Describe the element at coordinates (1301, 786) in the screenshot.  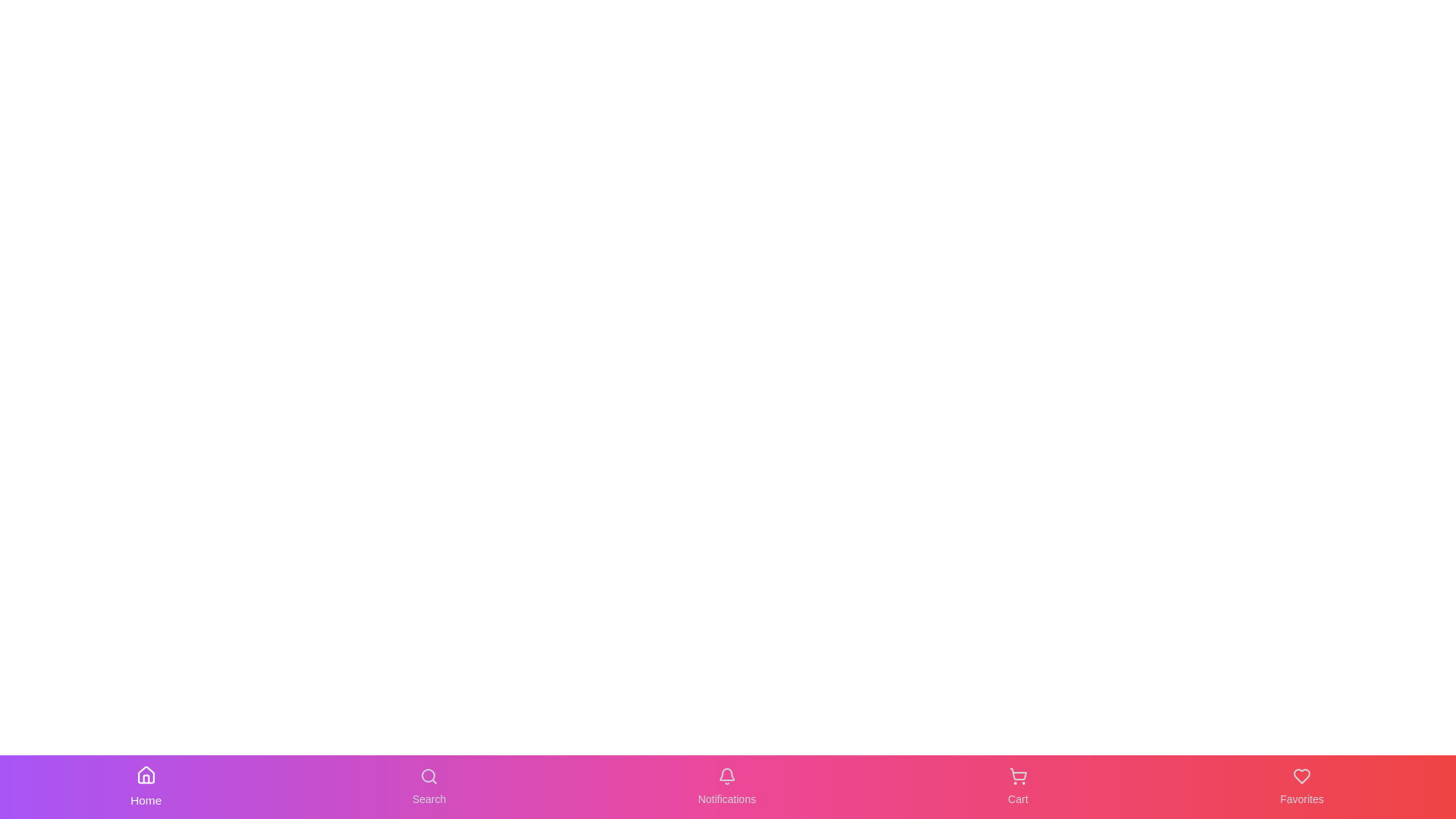
I see `the Favorites button in the navigation bar` at that location.